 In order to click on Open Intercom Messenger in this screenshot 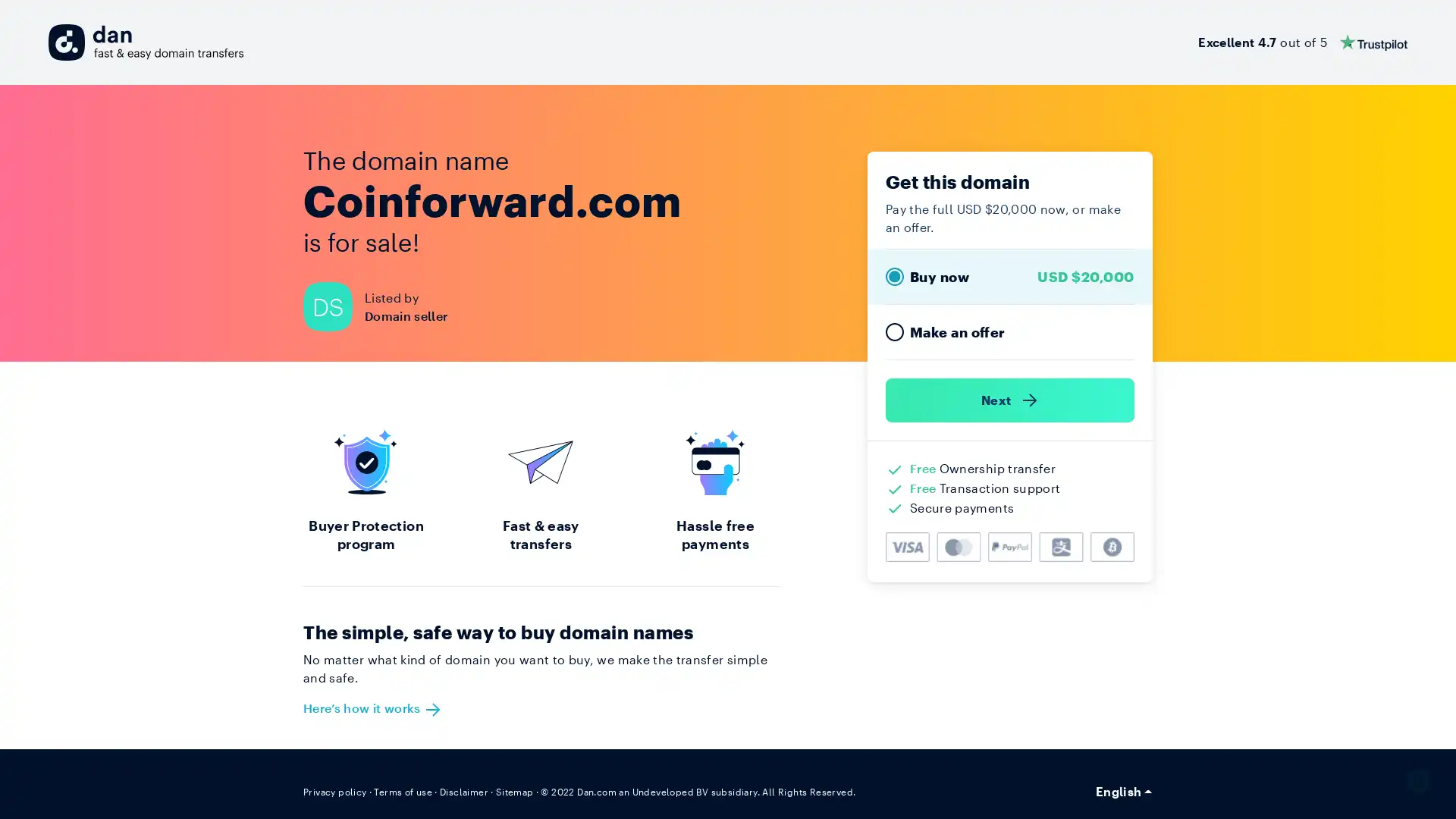, I will do `click(1417, 780)`.